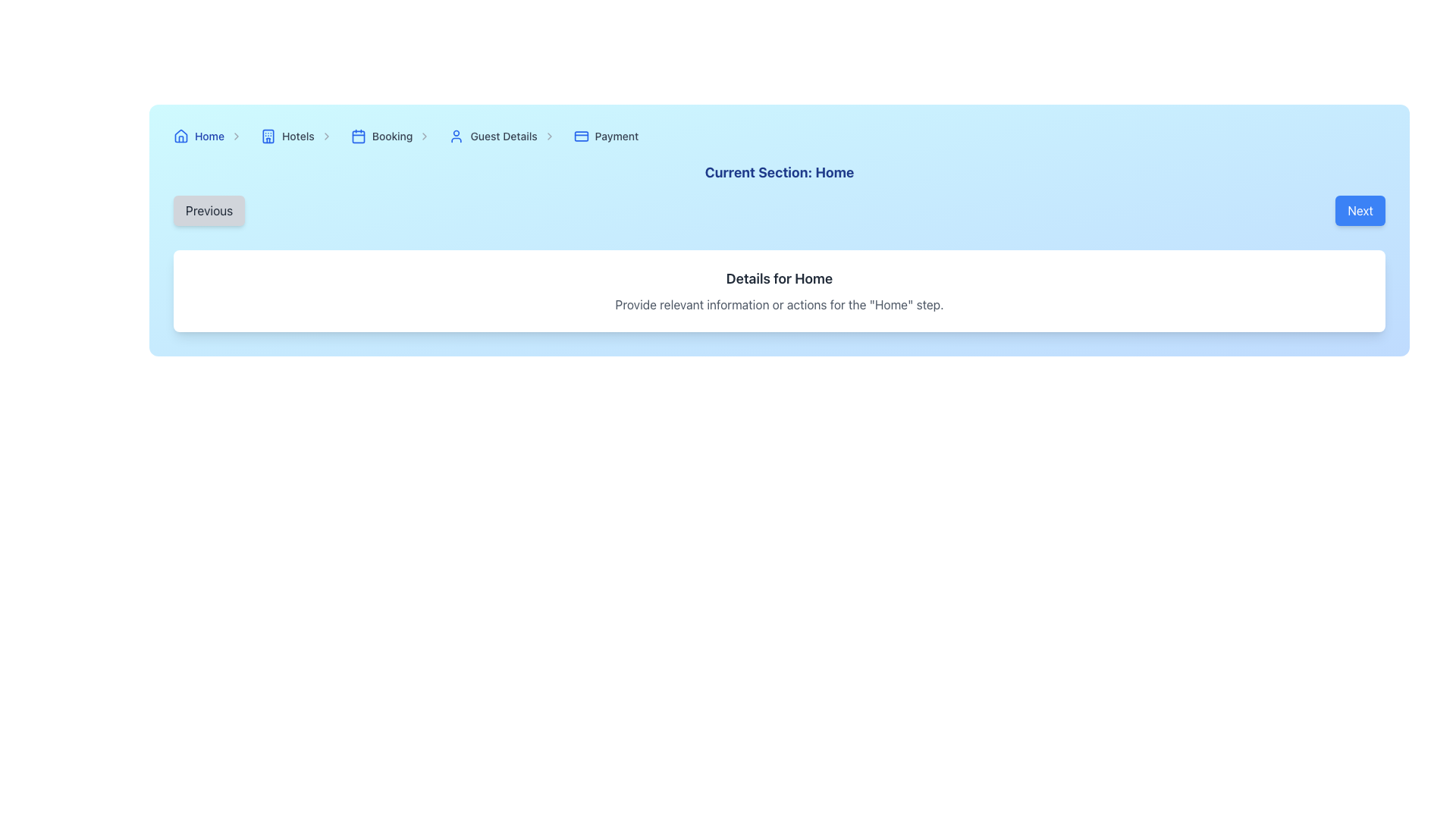 The image size is (1456, 819). Describe the element at coordinates (300, 136) in the screenshot. I see `the breadcrumb navigation item labeled 'Hotels'` at that location.